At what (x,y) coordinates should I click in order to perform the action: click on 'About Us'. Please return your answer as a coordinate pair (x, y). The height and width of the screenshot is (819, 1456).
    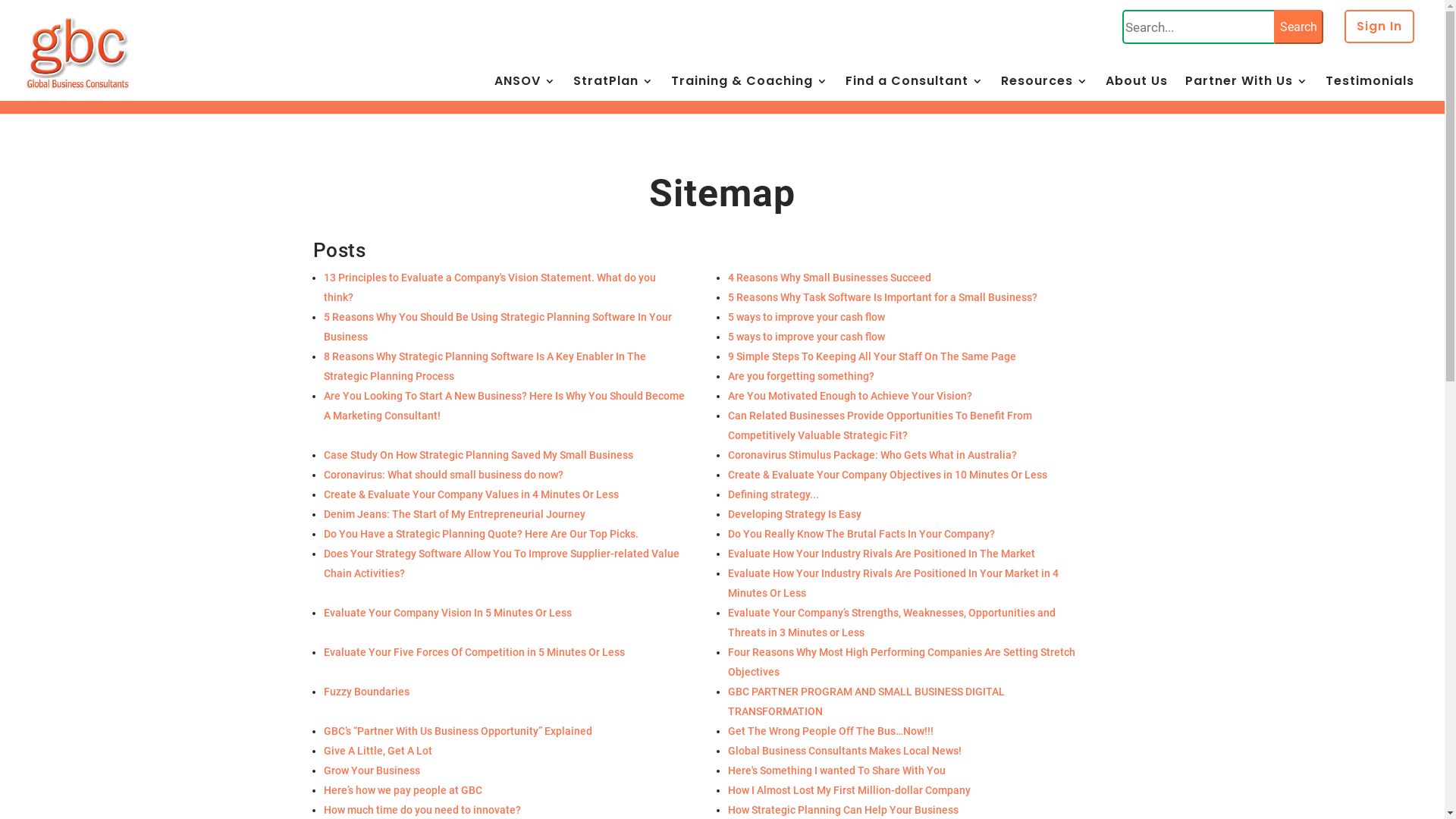
    Looking at the image, I should click on (1136, 90).